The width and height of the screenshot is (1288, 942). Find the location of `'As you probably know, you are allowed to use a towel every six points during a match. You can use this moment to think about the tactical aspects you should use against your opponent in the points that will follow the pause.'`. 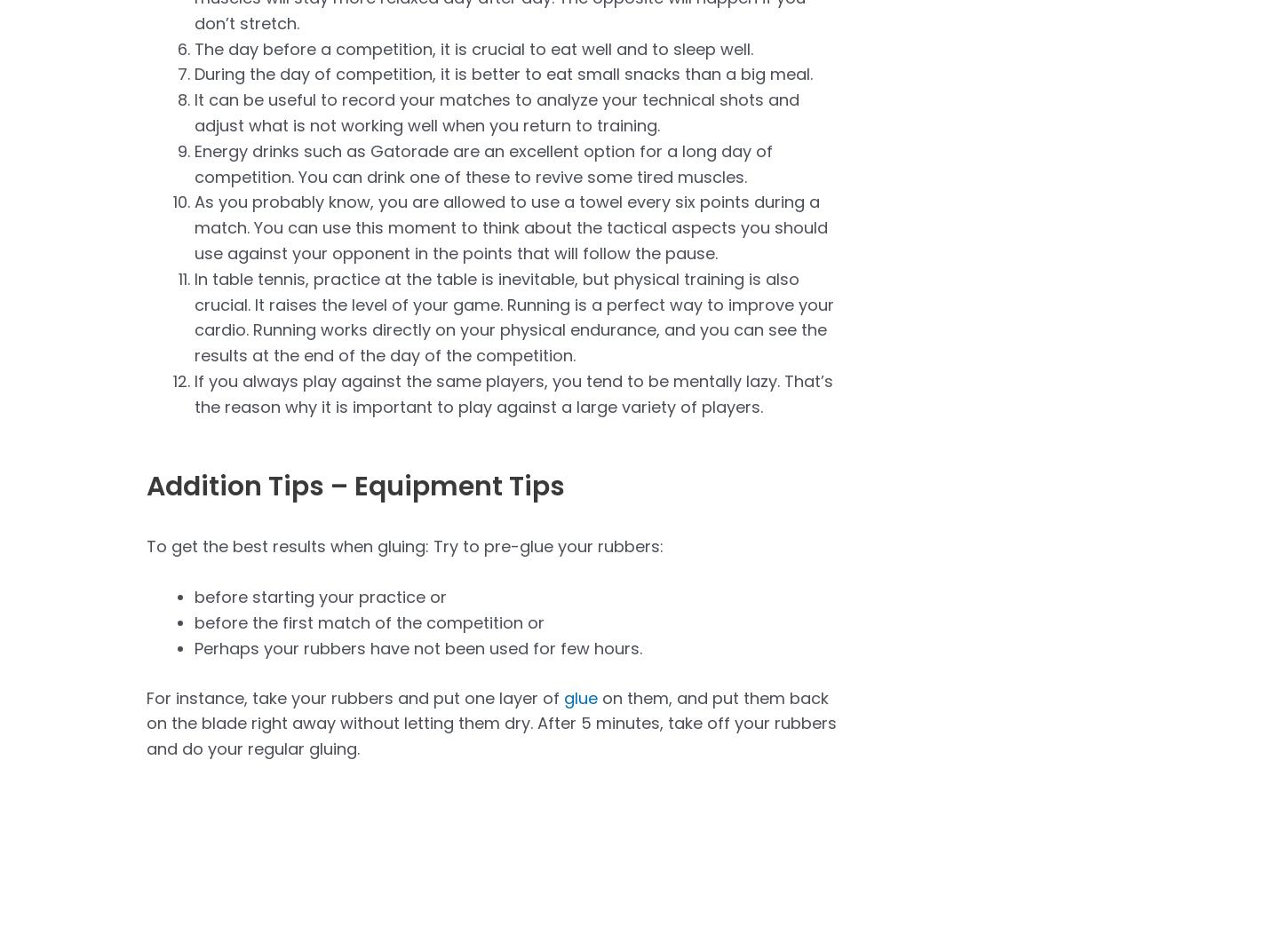

'As you probably know, you are allowed to use a towel every six points during a match. You can use this moment to think about the tactical aspects you should use against your opponent in the points that will follow the pause.' is located at coordinates (511, 226).